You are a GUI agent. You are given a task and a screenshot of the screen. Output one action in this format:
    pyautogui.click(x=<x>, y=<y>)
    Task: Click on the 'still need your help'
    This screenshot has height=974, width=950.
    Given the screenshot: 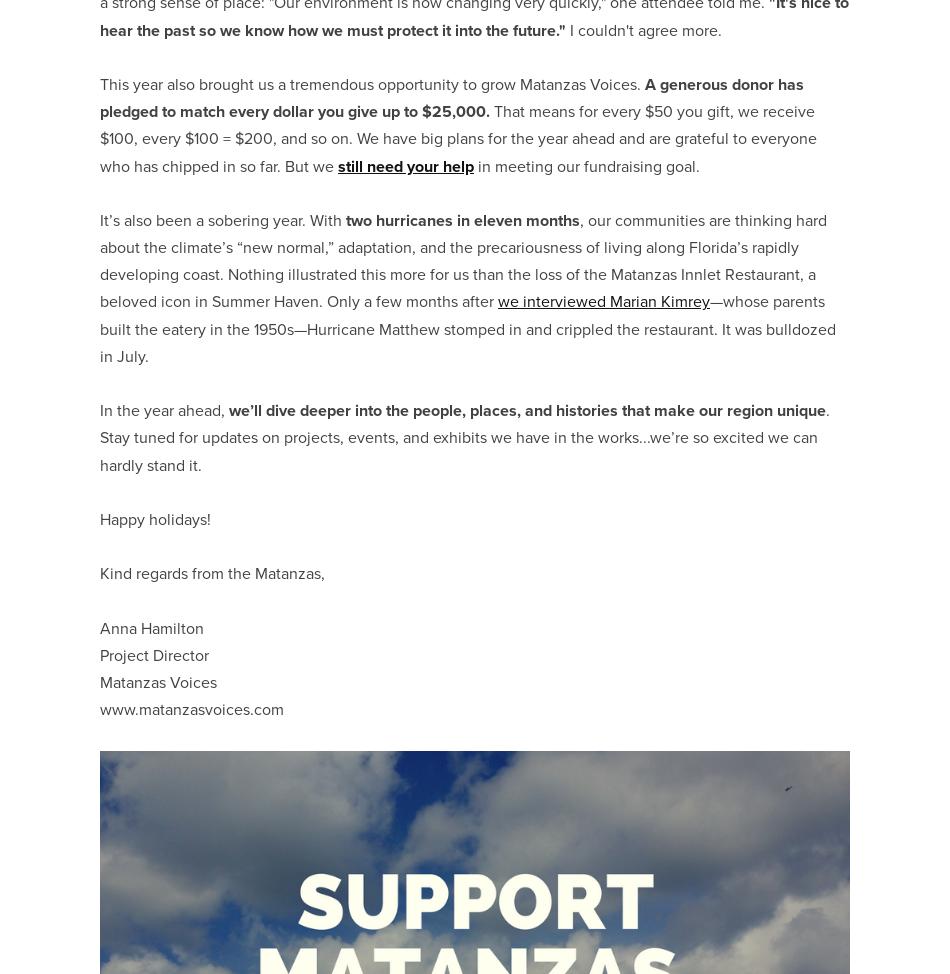 What is the action you would take?
    pyautogui.click(x=405, y=165)
    